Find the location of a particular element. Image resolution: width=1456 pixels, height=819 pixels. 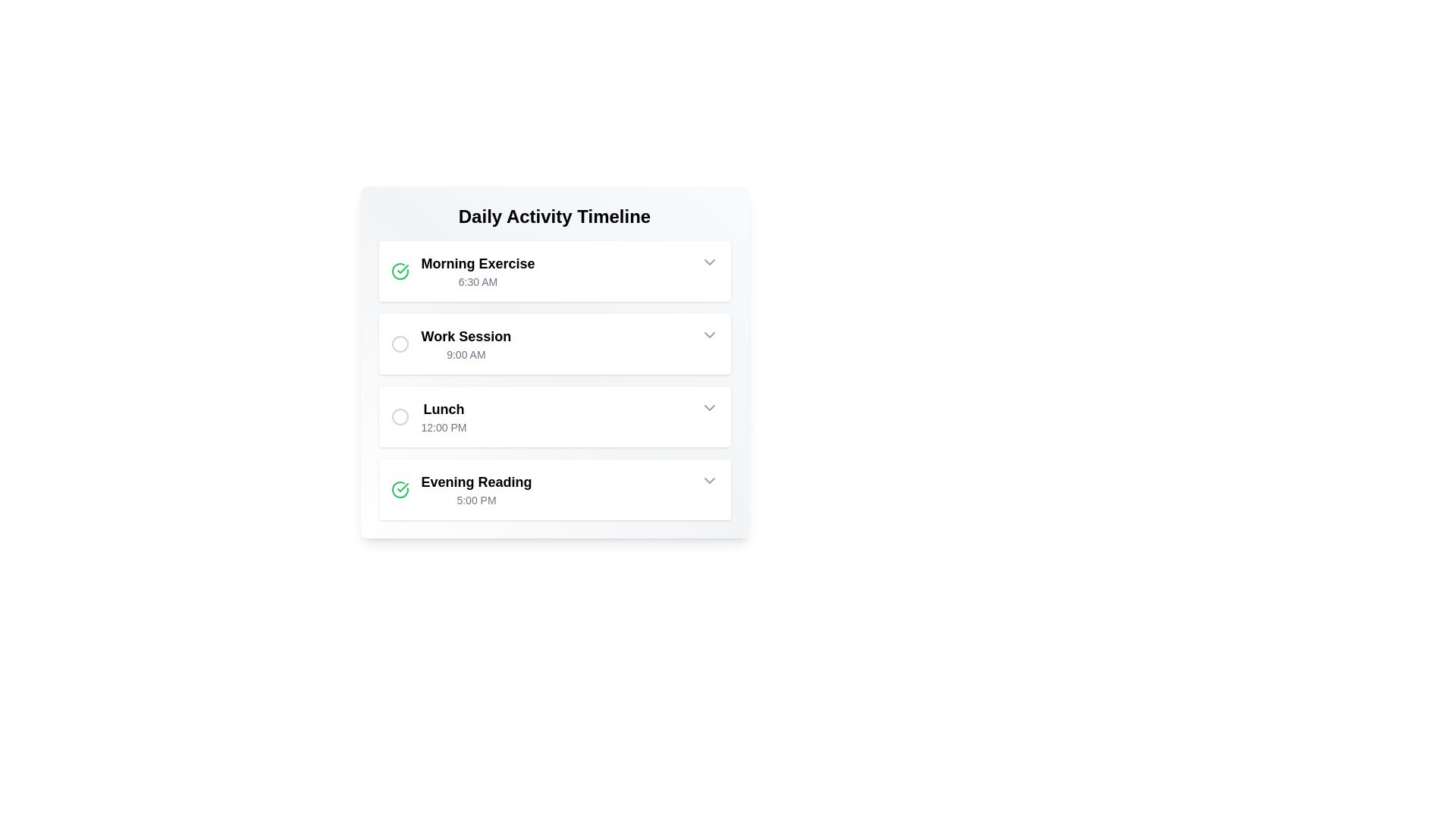

the first item in the 'Daily Activity Timeline', which displays an activity or task with a checkmark icon indicating its completion status is located at coordinates (462, 271).